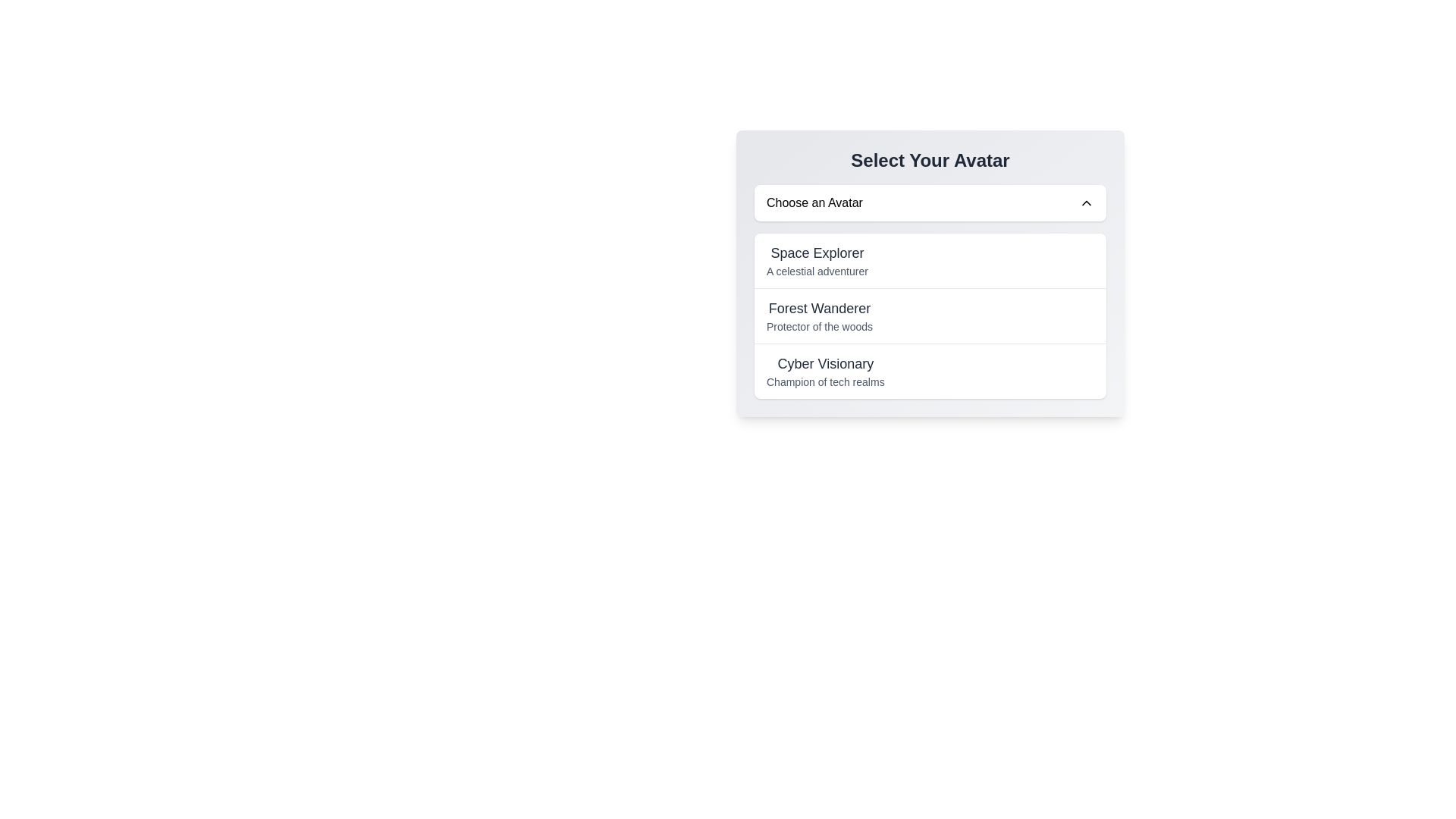 Image resolution: width=1456 pixels, height=819 pixels. Describe the element at coordinates (930, 315) in the screenshot. I see `the 'Forest Wanderer' option in the dropdown list titled 'Select Your Avatar'` at that location.